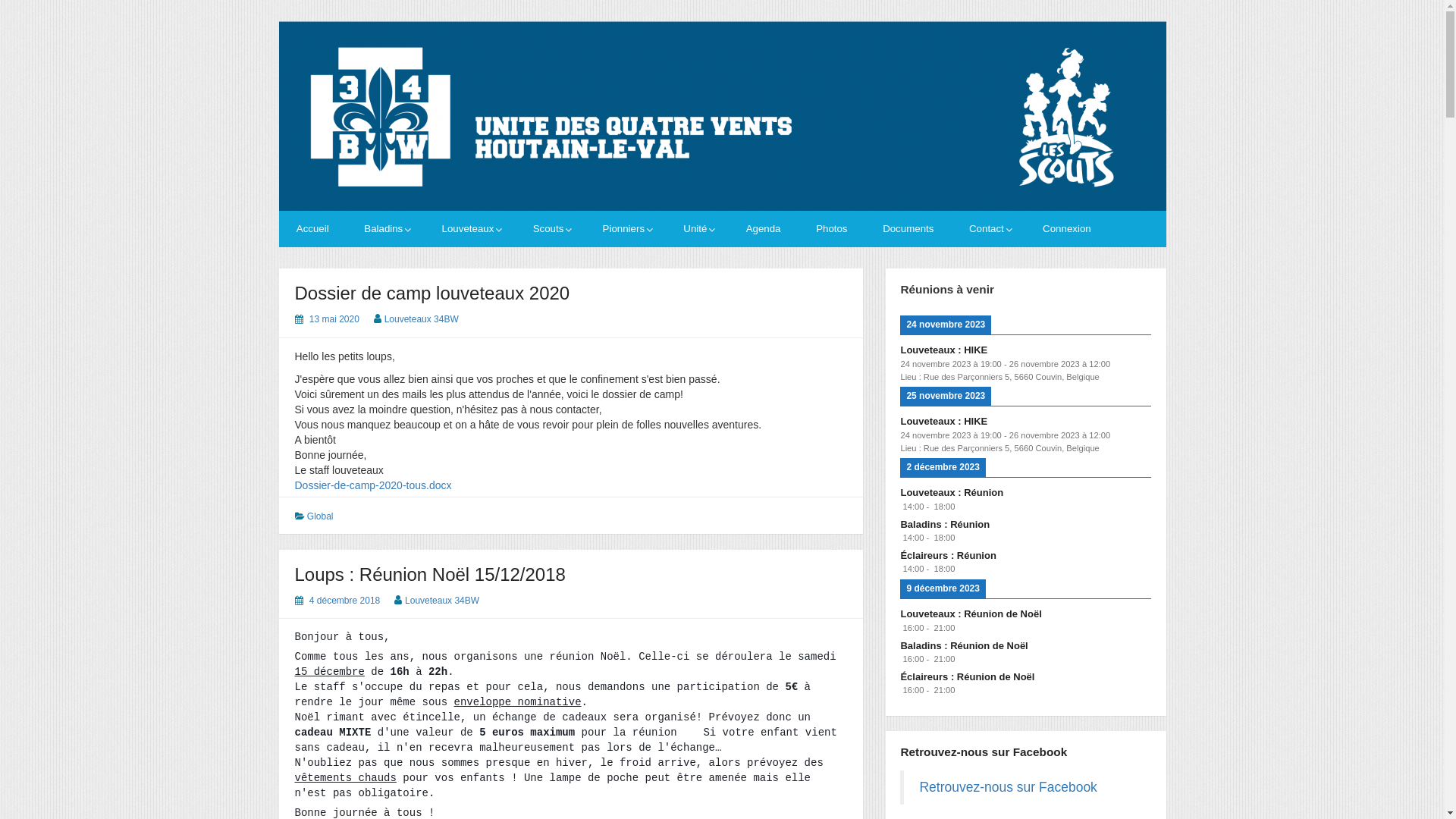 Image resolution: width=1456 pixels, height=819 pixels. I want to click on '13 mai 2020', so click(334, 318).